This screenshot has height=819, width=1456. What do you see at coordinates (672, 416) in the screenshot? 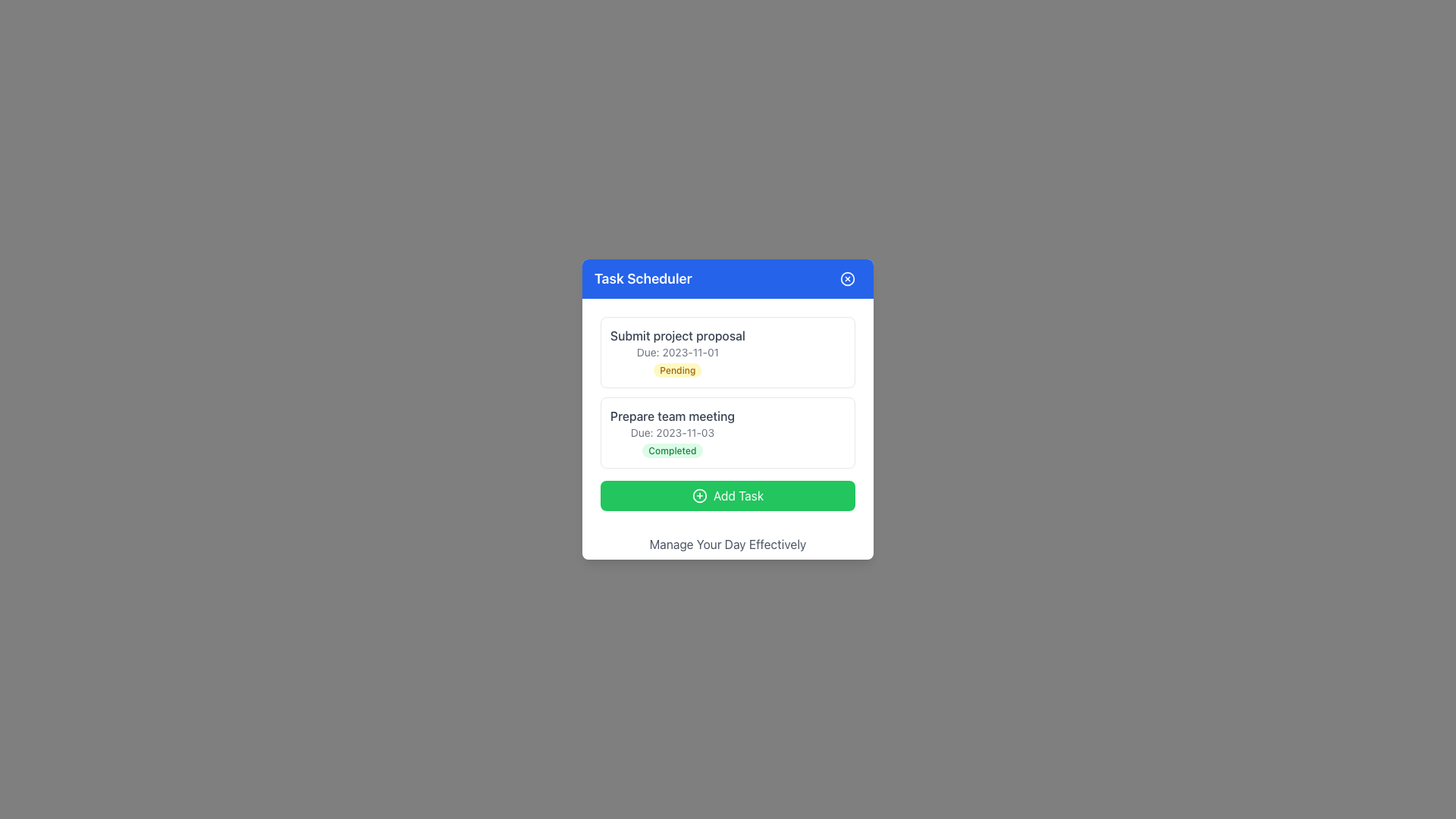
I see `the task title element displaying 'Prepare team meeting' in the task scheduler interface, which is positioned above the due date and status tag` at bounding box center [672, 416].